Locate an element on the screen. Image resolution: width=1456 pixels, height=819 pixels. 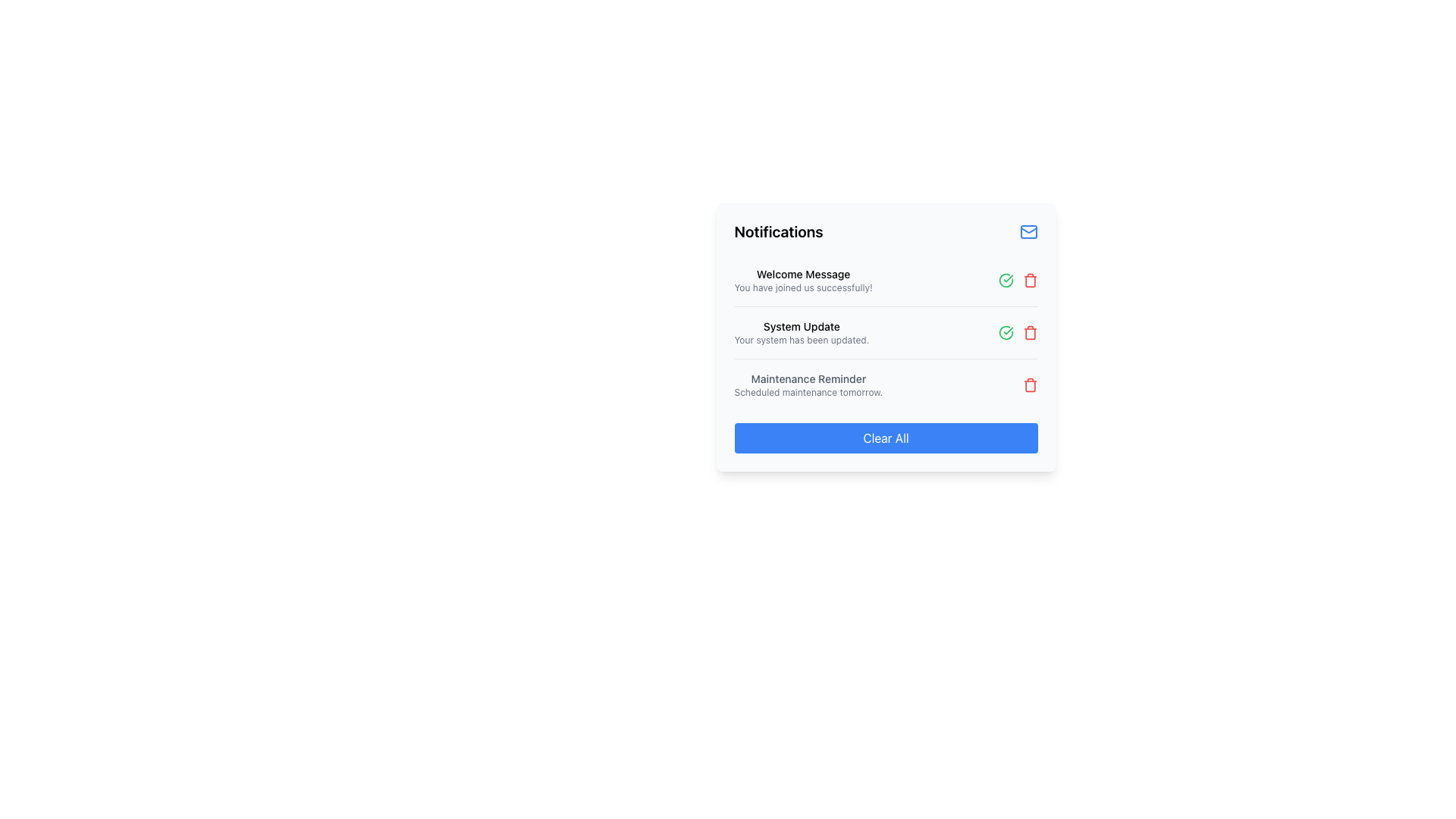
the text label displaying 'Welcome Message' which is styled in a small, medium-weight black font and is positioned at the top left corner of the notification card is located at coordinates (802, 275).